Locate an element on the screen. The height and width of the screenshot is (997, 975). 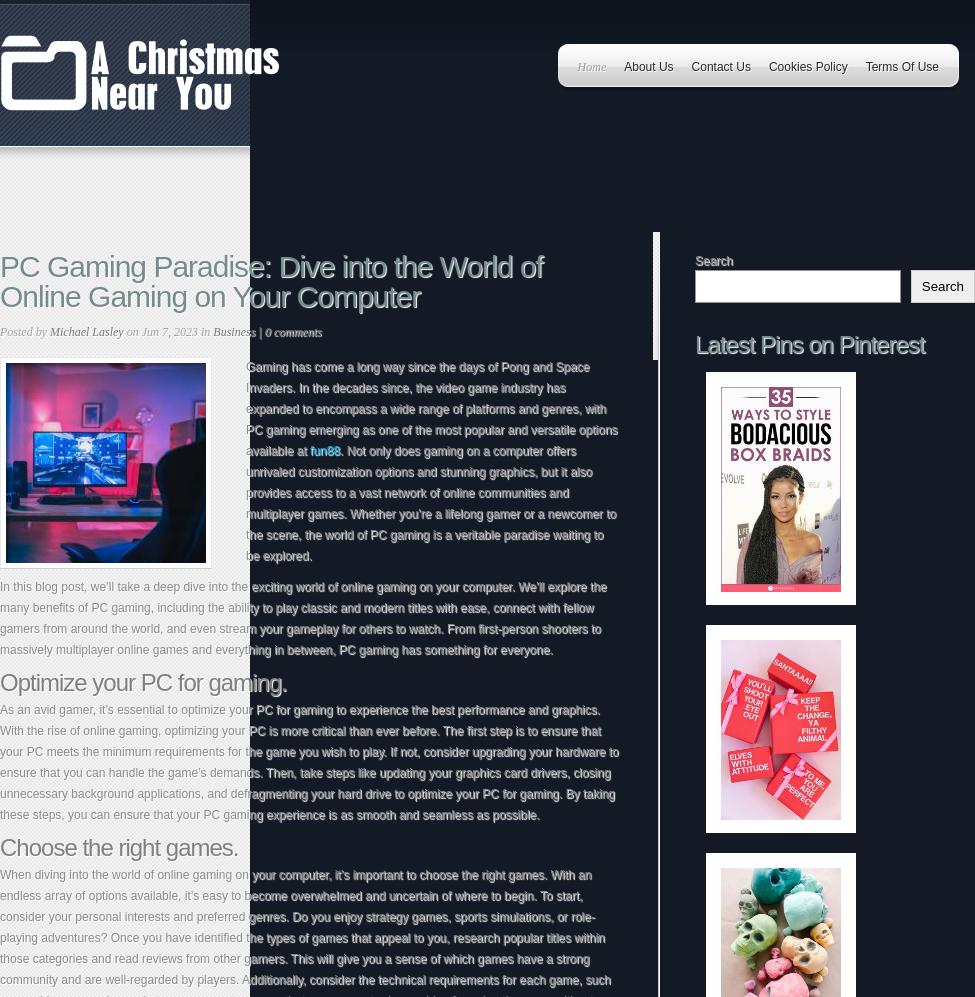
'on Jun 7, 2023 in' is located at coordinates (166, 331).